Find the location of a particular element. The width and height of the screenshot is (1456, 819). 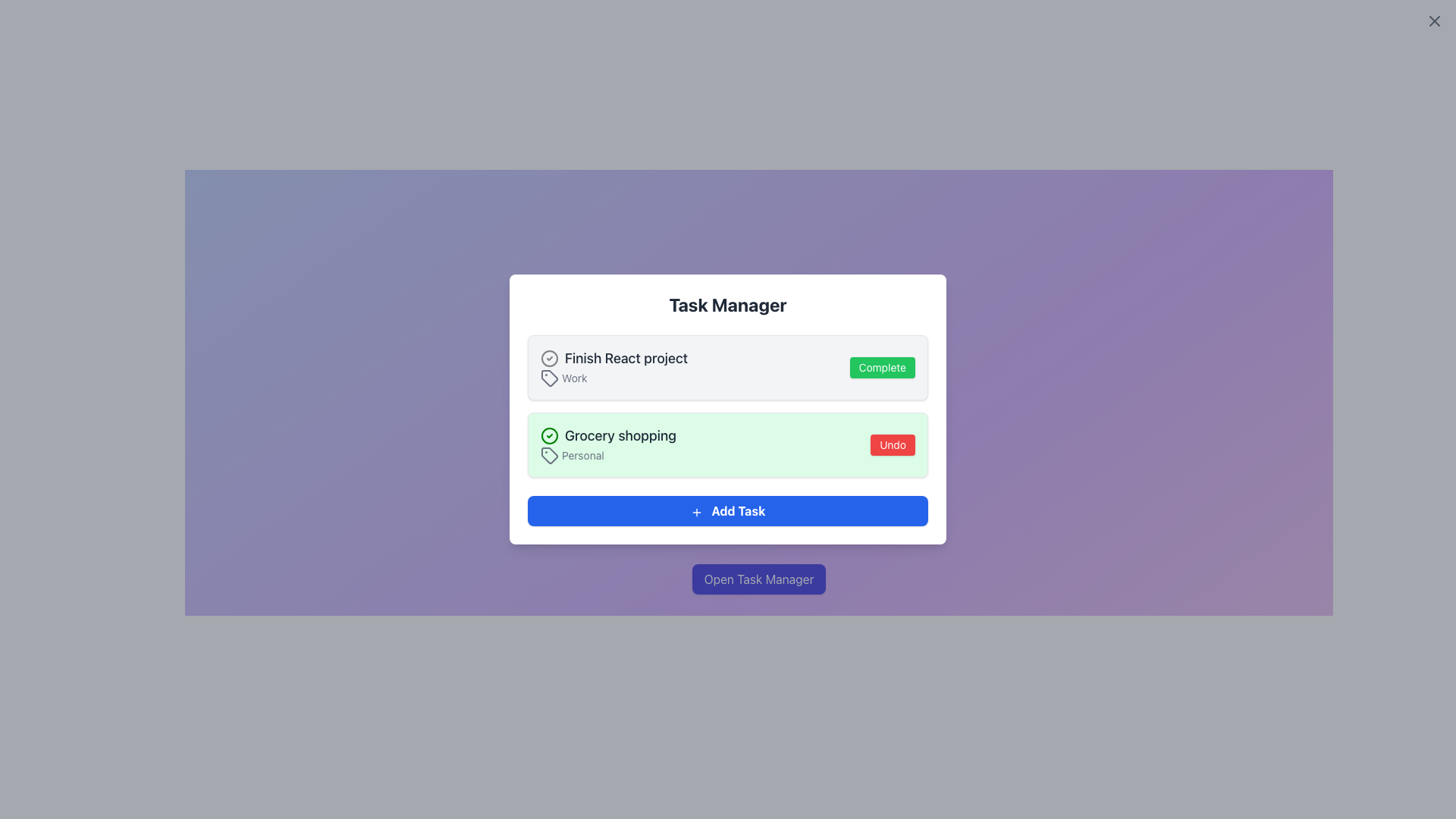

the Close or Cancel icon, represented by a minimalistic 'X' symbol located at the upper-right corner of the application interface is located at coordinates (1433, 20).